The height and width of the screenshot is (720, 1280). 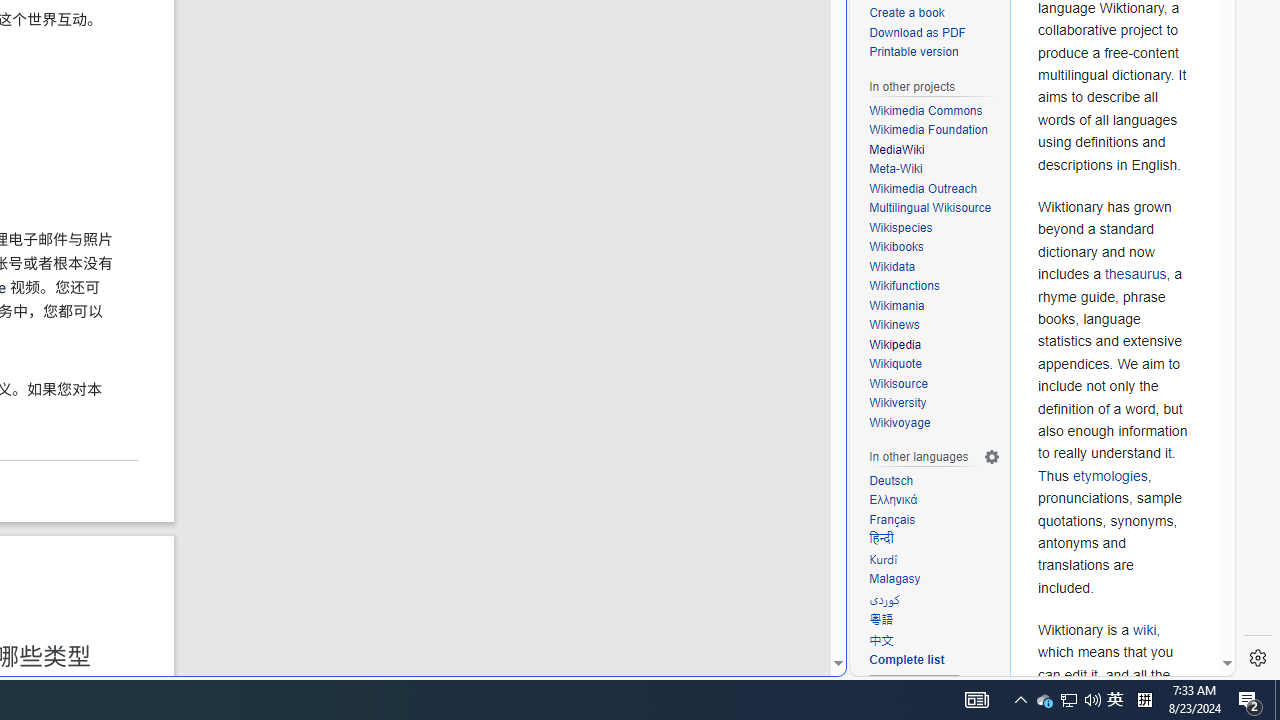 I want to click on 'etymologies', so click(x=1109, y=475).